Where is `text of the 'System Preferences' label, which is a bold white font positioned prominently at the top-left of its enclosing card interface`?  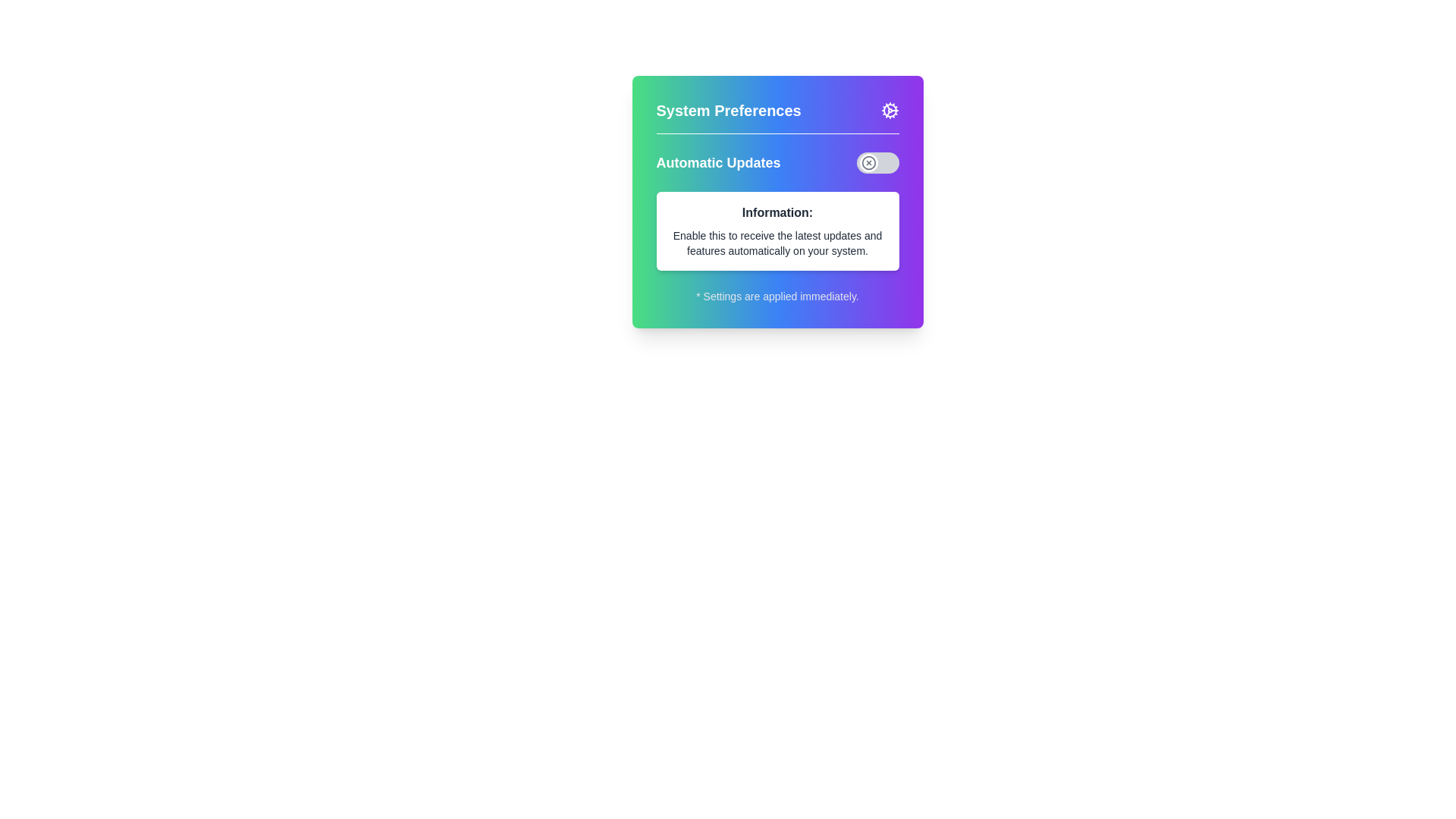
text of the 'System Preferences' label, which is a bold white font positioned prominently at the top-left of its enclosing card interface is located at coordinates (729, 110).